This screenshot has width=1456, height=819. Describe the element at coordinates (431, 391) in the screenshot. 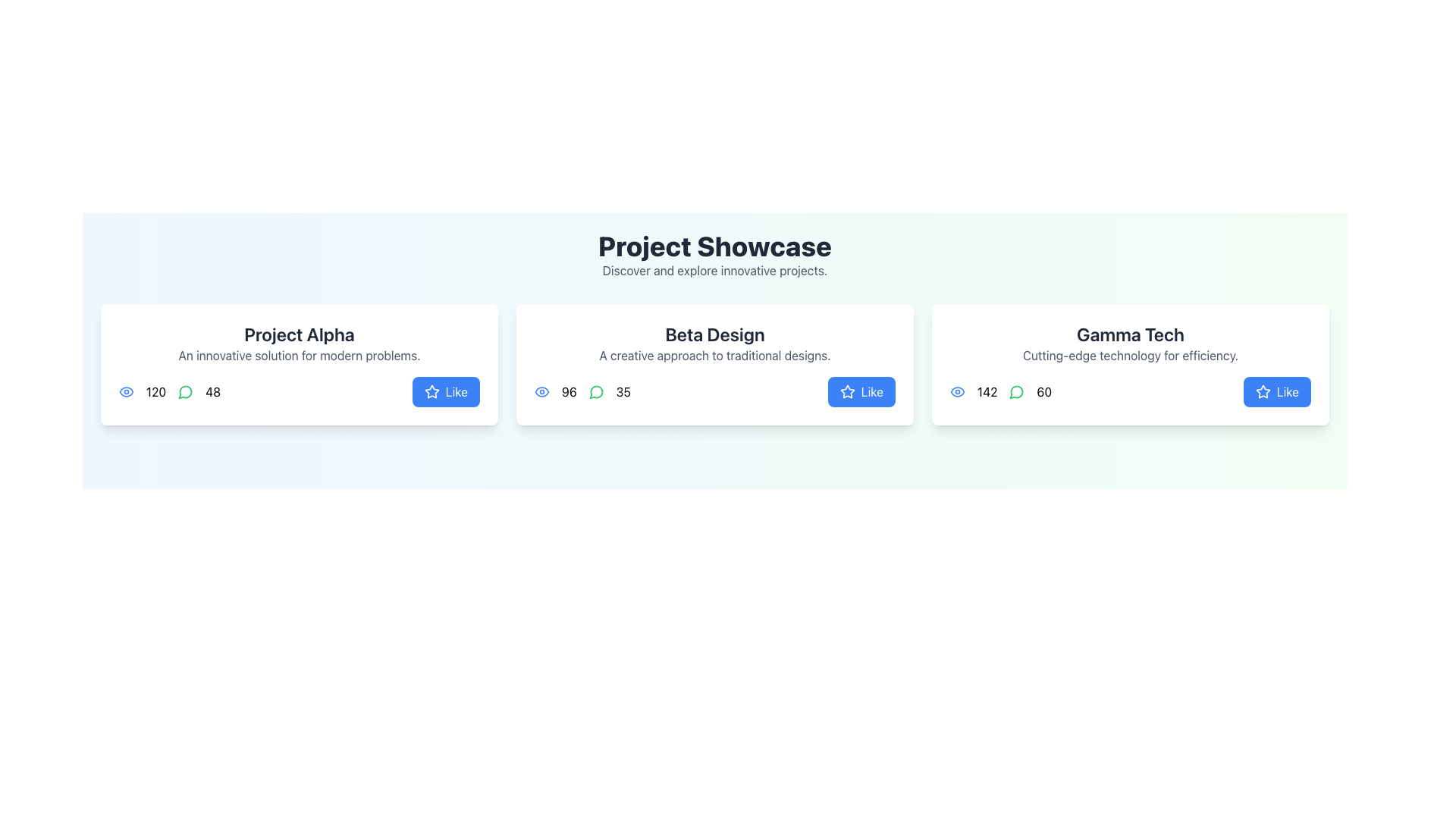

I see `the star SVG icon located within the 'Like' button of the 'Beta Design' card for visual cues` at that location.